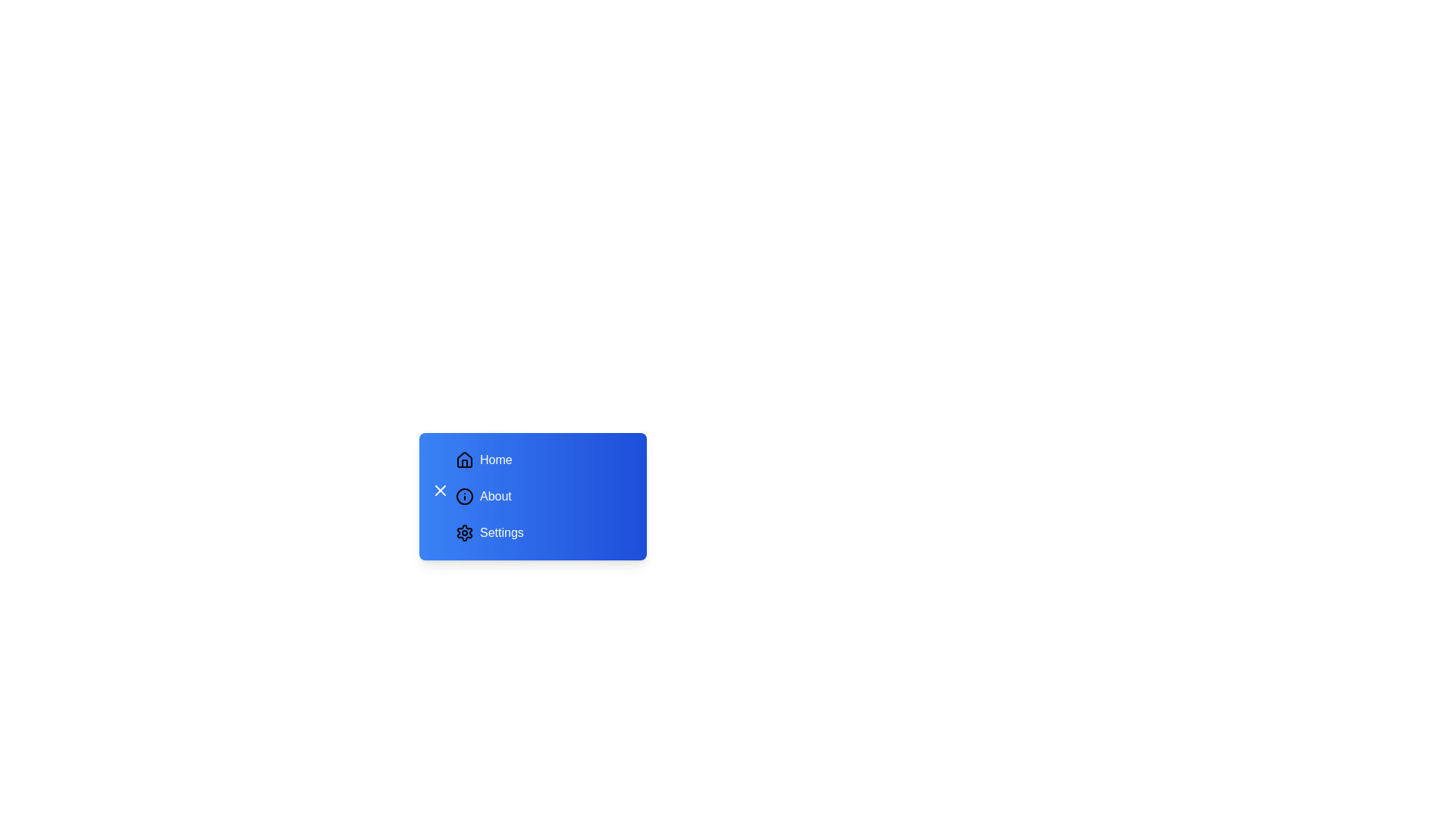 The width and height of the screenshot is (1456, 819). I want to click on the menu item Settings to trigger its hover effect, so click(542, 532).